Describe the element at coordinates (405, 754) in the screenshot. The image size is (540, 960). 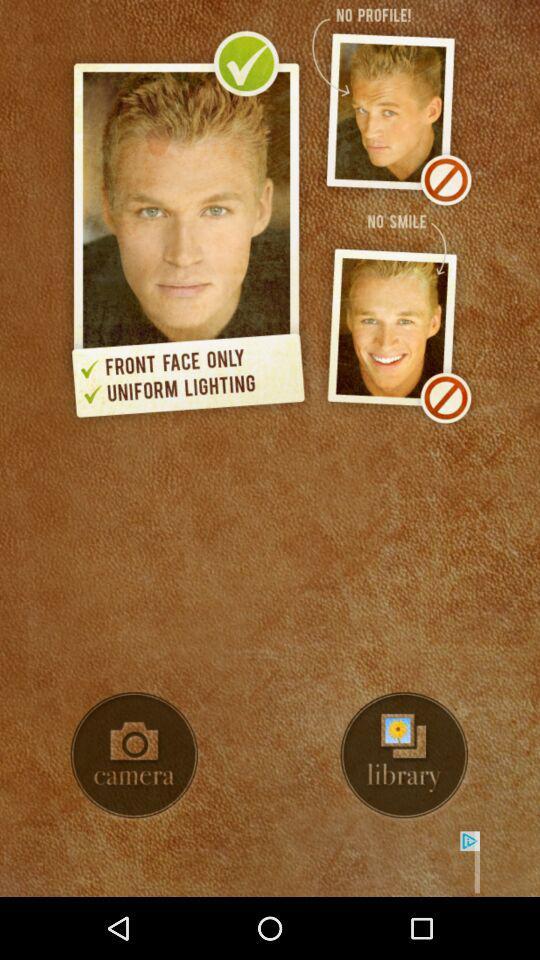
I see `look for library` at that location.